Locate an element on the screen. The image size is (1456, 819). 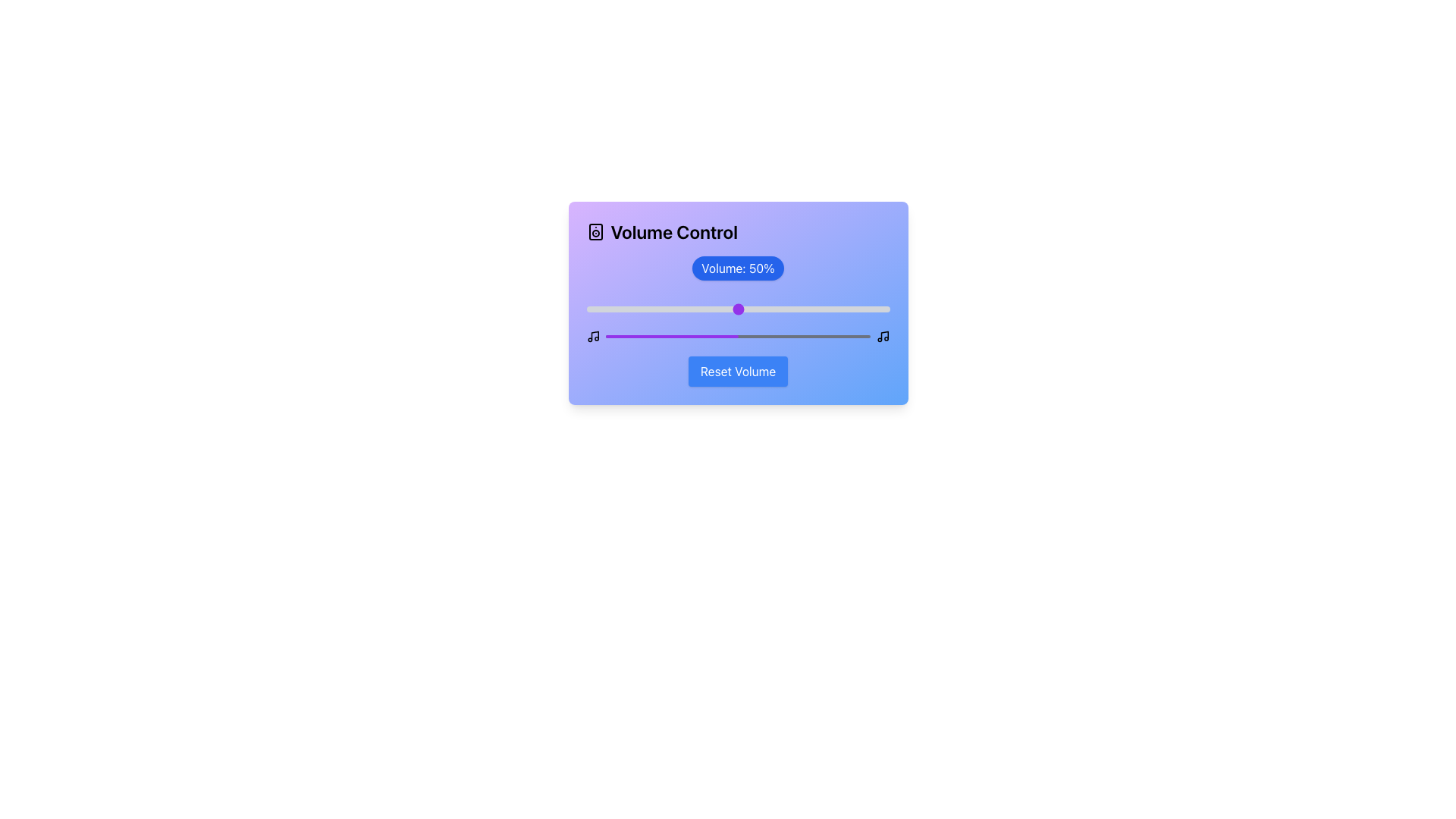
the volume slider is located at coordinates (713, 309).